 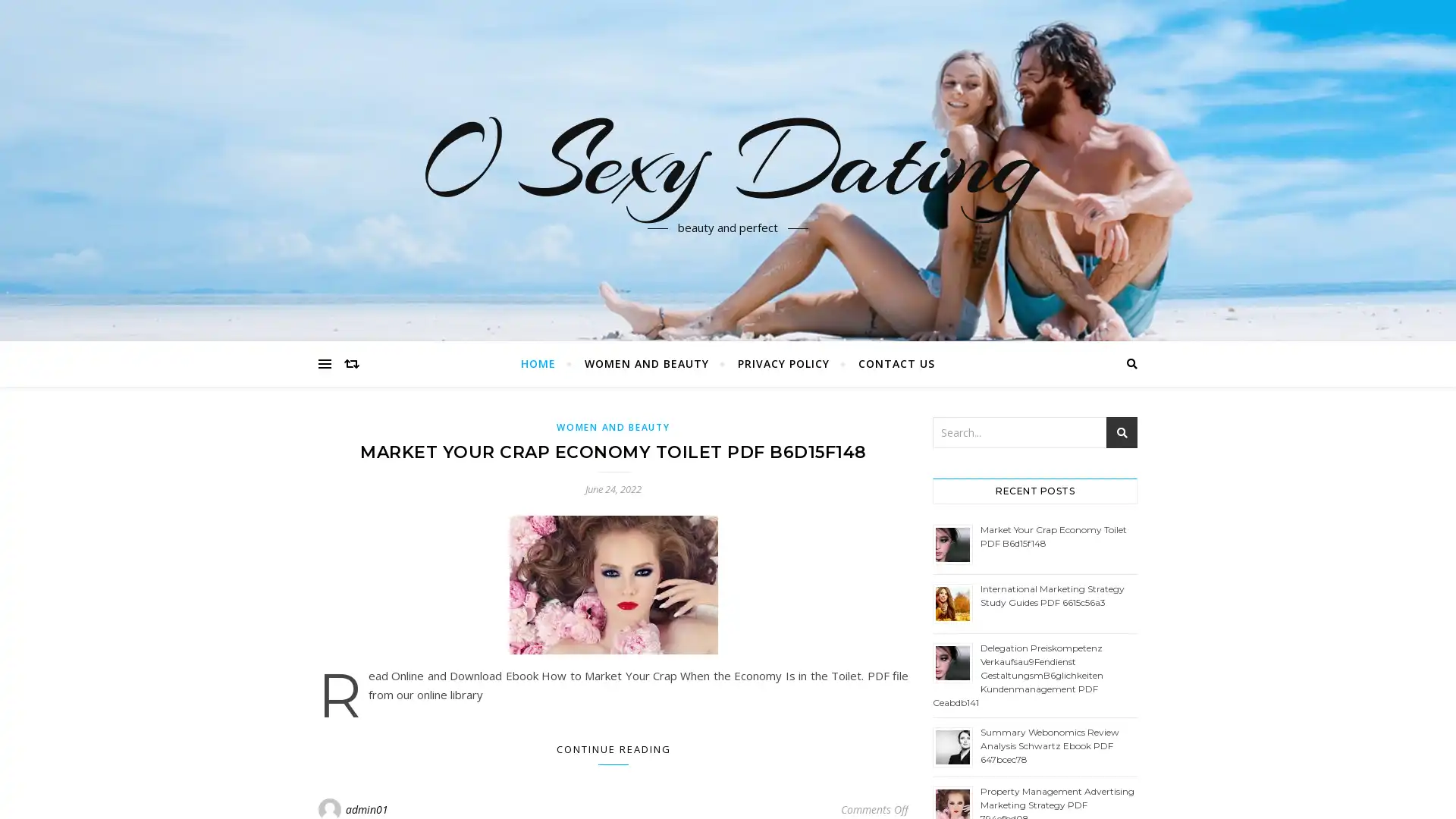 I want to click on st, so click(x=1122, y=432).